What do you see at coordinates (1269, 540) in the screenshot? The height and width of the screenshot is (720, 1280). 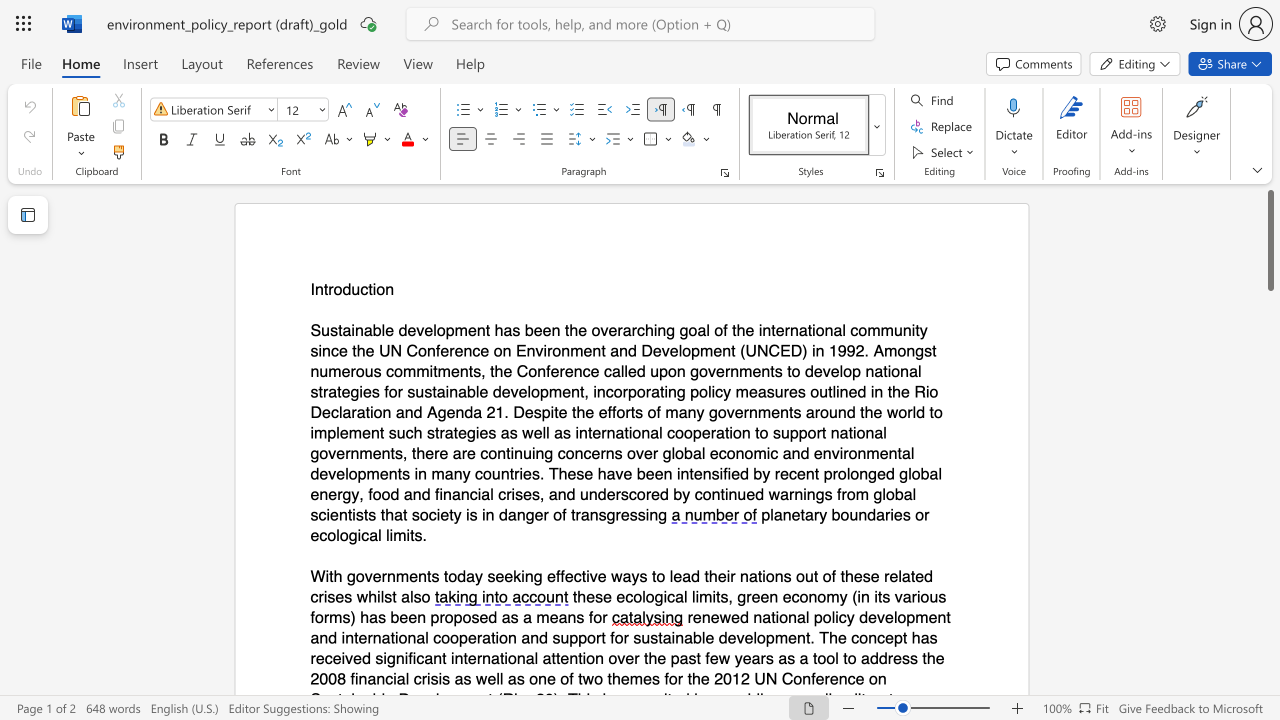 I see `the scrollbar to move the content lower` at bounding box center [1269, 540].